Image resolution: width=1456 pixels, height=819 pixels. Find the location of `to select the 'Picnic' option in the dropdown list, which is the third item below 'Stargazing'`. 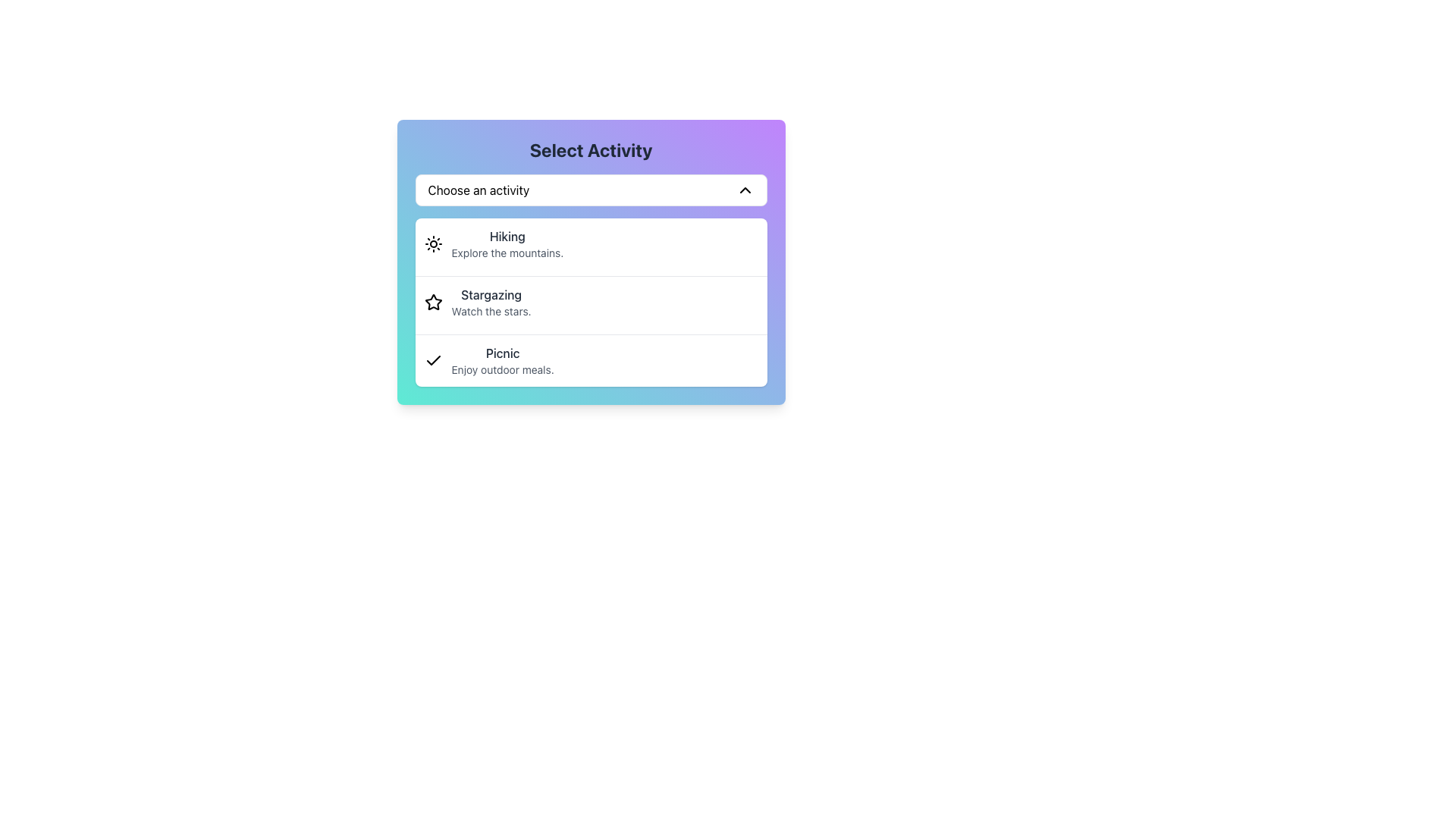

to select the 'Picnic' option in the dropdown list, which is the third item below 'Stargazing' is located at coordinates (590, 360).